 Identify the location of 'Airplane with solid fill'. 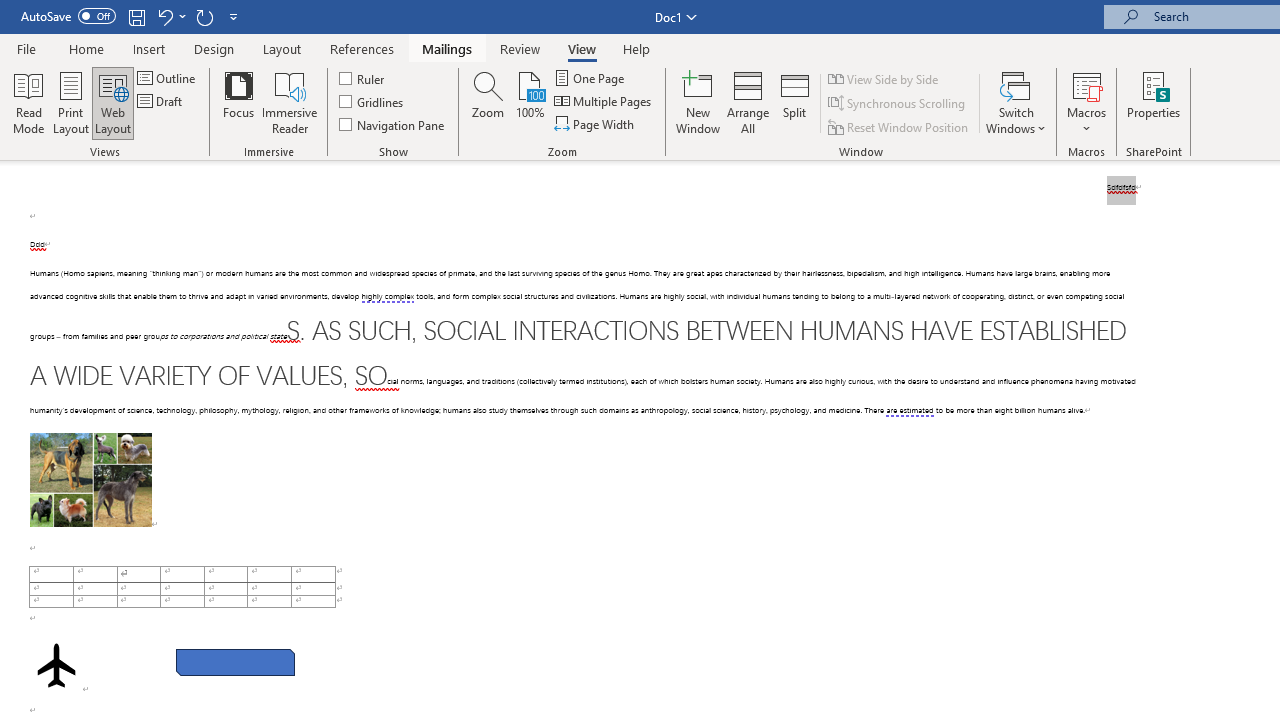
(56, 665).